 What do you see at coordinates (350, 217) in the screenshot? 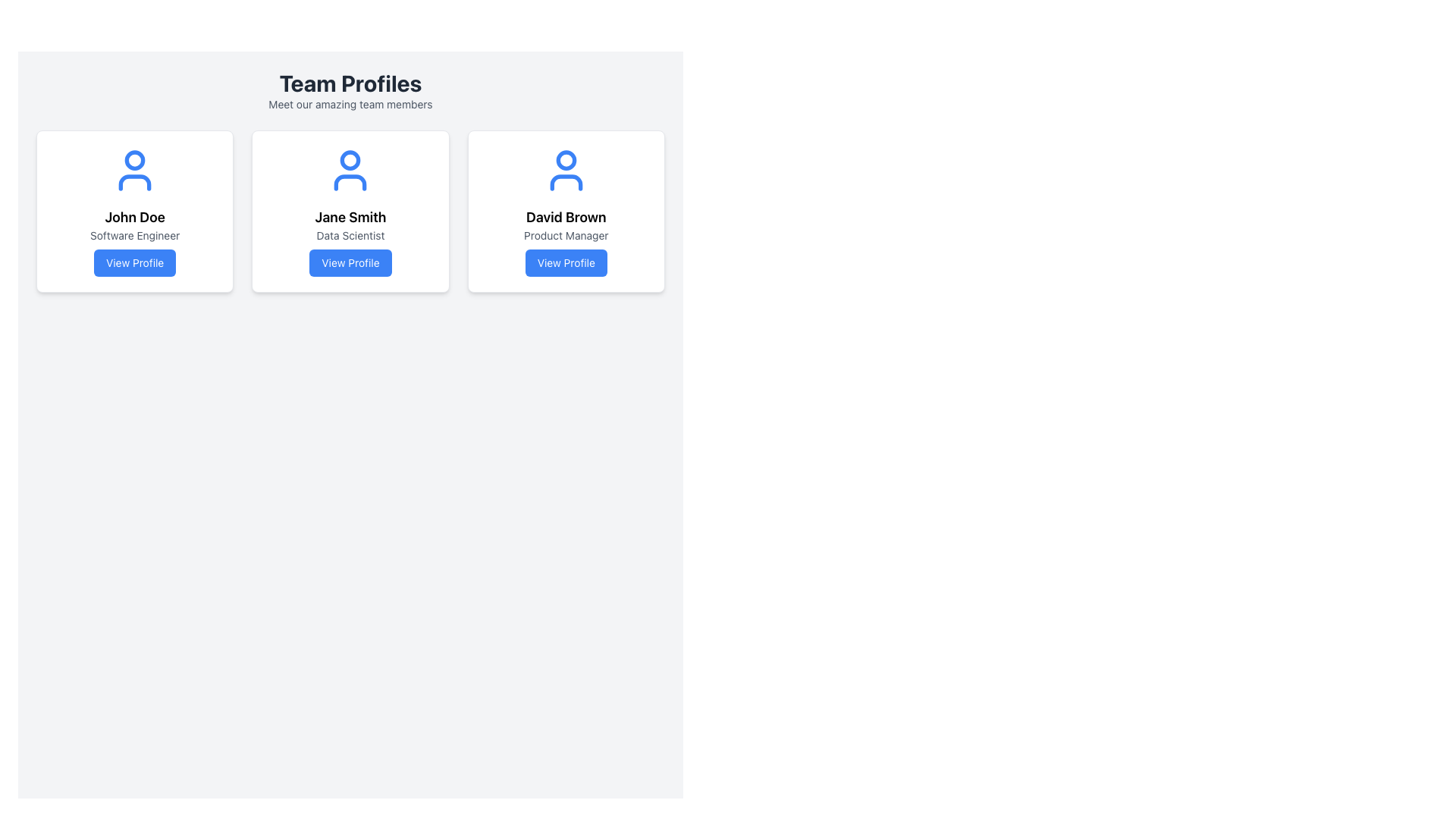
I see `text label displaying 'Jane Smith', which is styled in bold and located in the center card of the profile cards layout` at bounding box center [350, 217].